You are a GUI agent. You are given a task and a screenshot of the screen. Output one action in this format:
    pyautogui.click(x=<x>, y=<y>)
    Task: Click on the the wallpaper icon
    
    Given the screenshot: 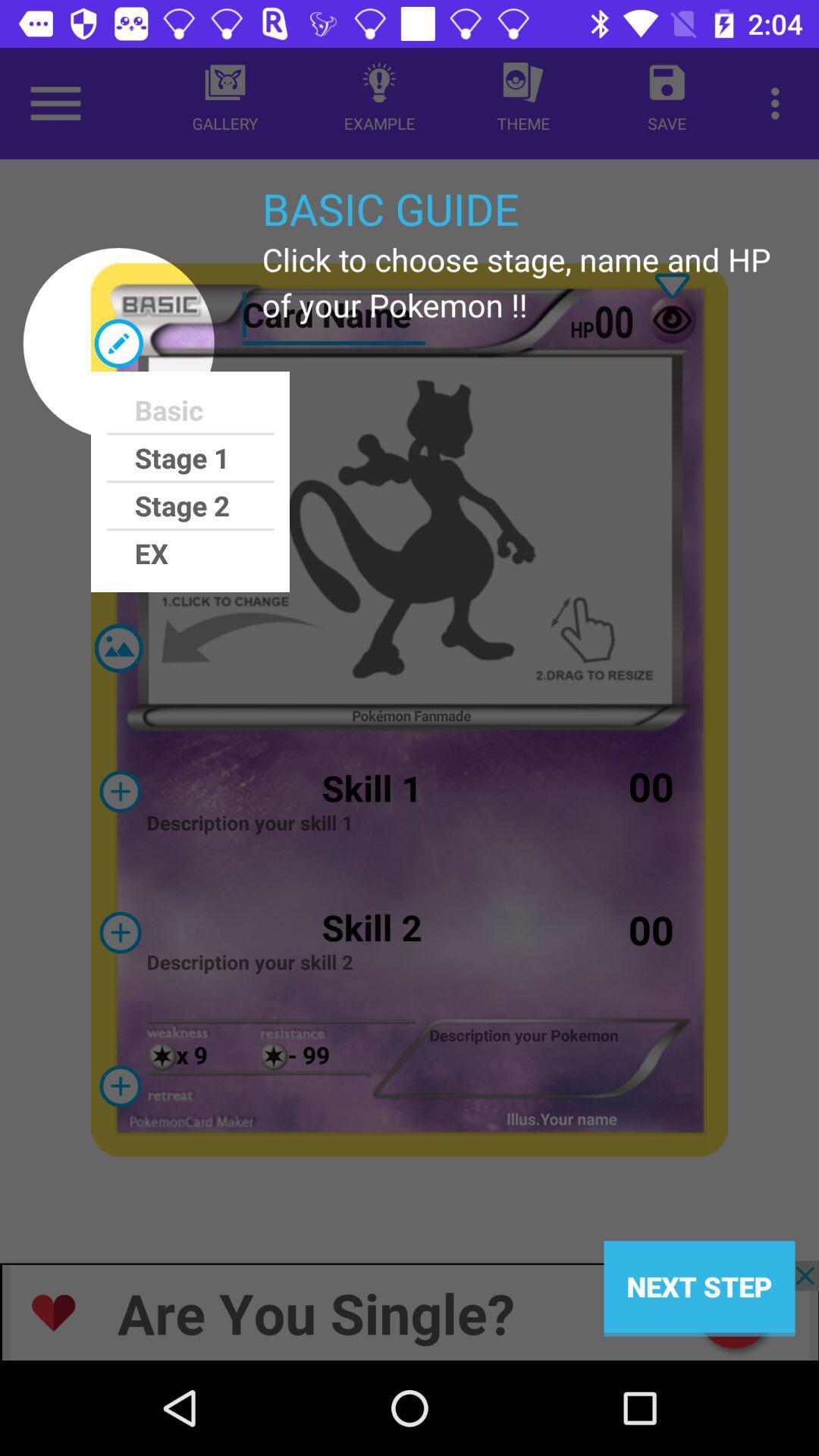 What is the action you would take?
    pyautogui.click(x=118, y=648)
    